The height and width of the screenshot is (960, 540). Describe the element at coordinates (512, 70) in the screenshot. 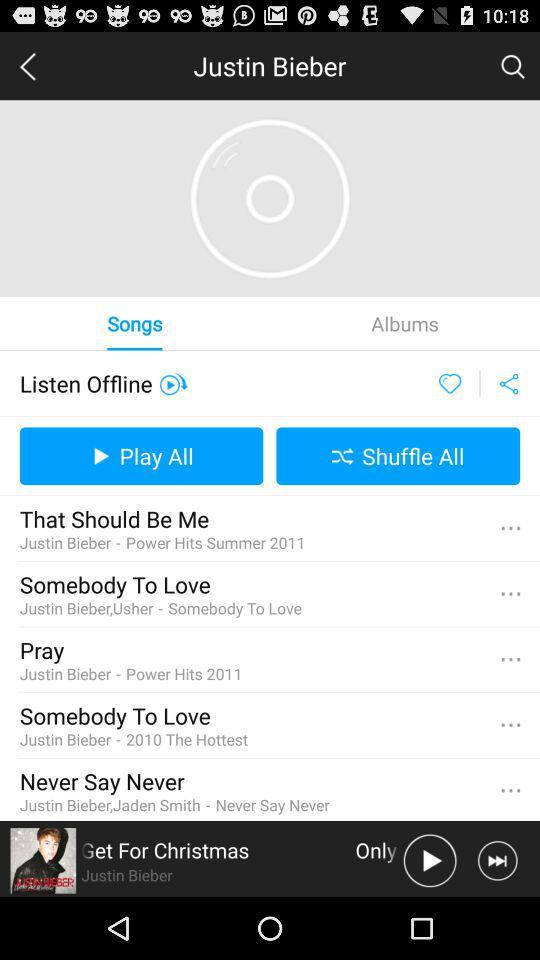

I see `the search icon` at that location.